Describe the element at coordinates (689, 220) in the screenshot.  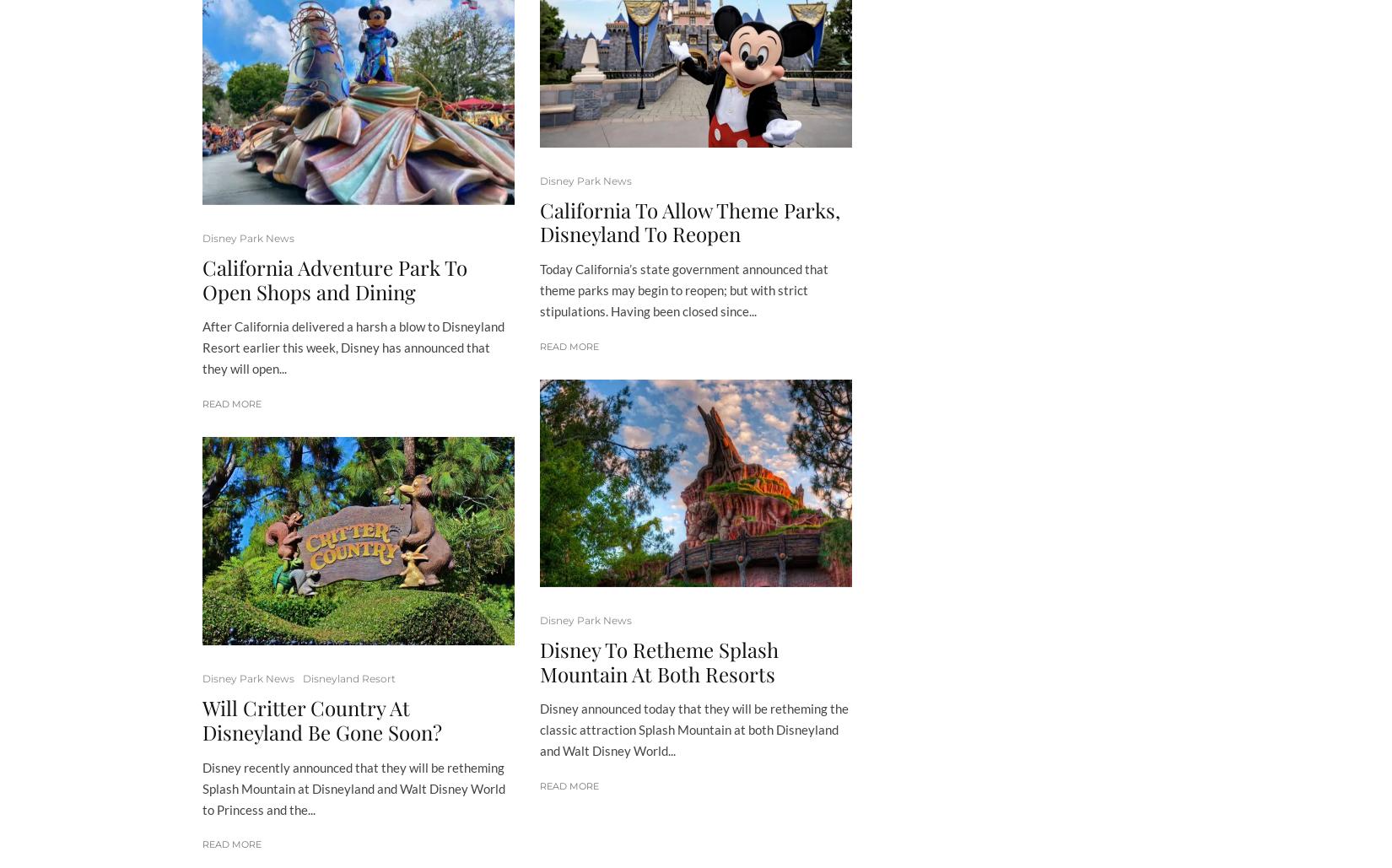
I see `'California To Allow Theme Parks, Disneyland To Reopen'` at that location.